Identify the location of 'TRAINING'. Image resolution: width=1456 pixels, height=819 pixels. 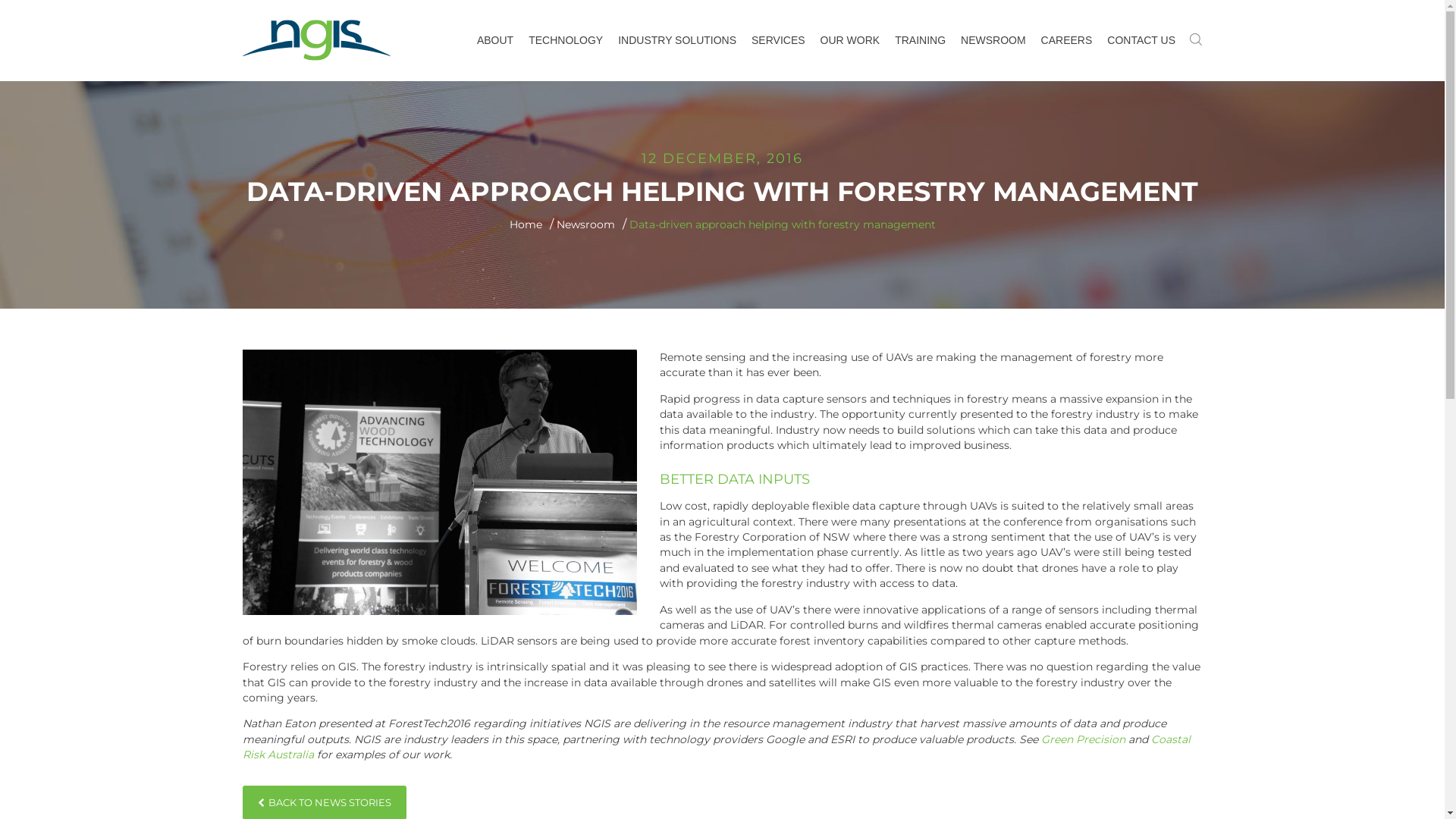
(919, 39).